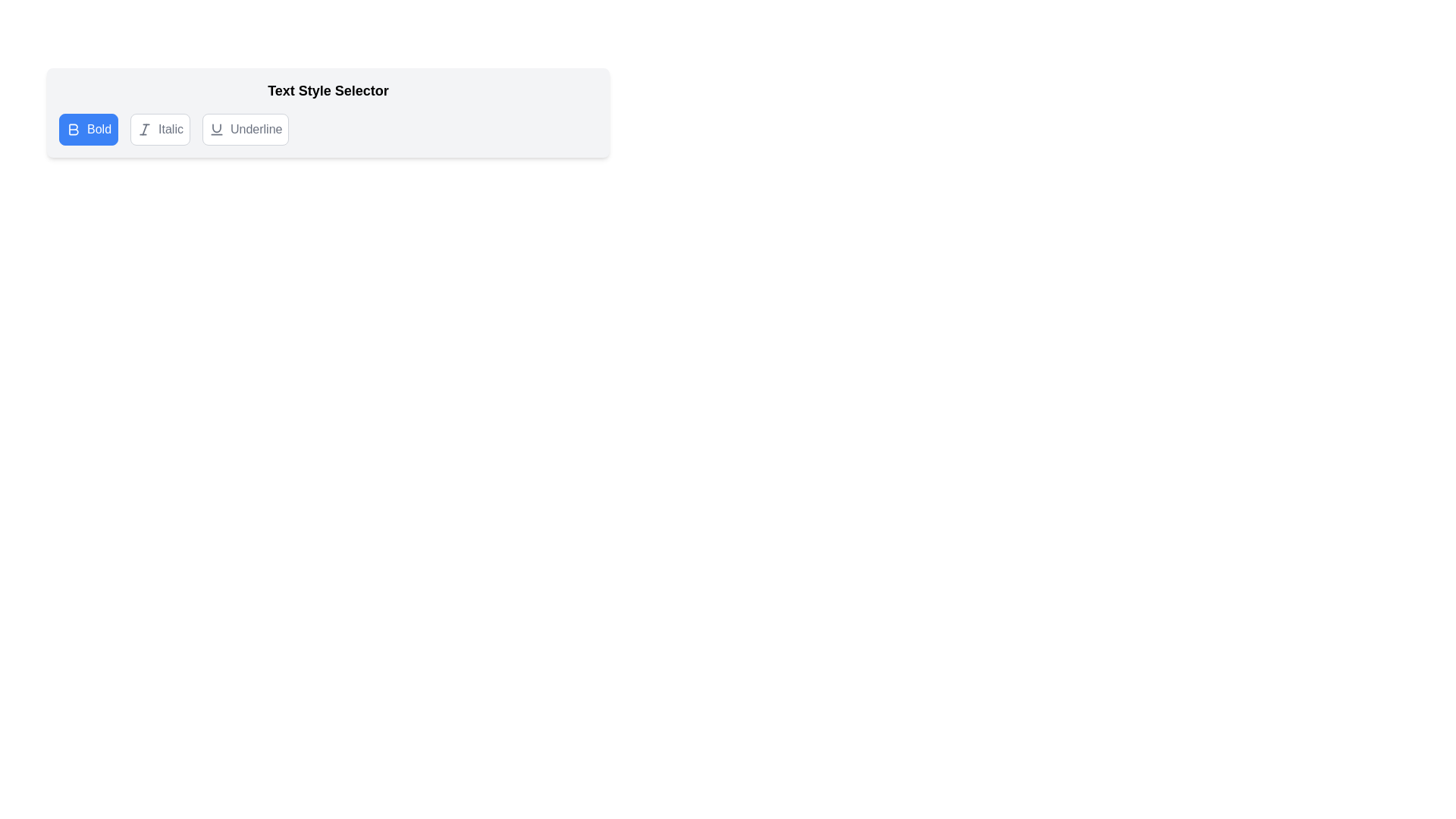  What do you see at coordinates (72, 128) in the screenshot?
I see `the 'Bold' button, which features a vector graphic (SVG icon) representing the bold text style located on its left side` at bounding box center [72, 128].